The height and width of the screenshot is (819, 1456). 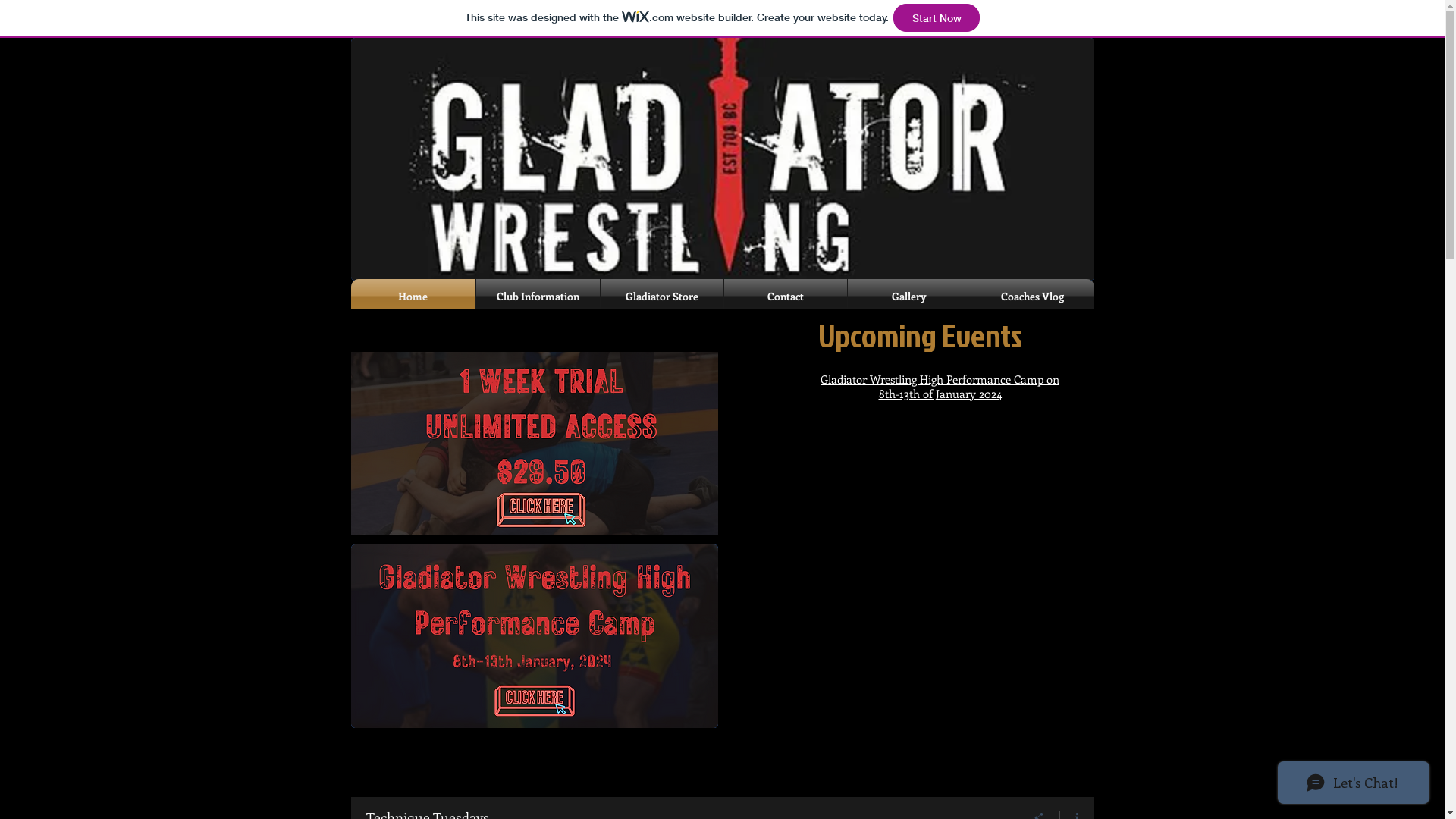 What do you see at coordinates (412, 296) in the screenshot?
I see `'Home'` at bounding box center [412, 296].